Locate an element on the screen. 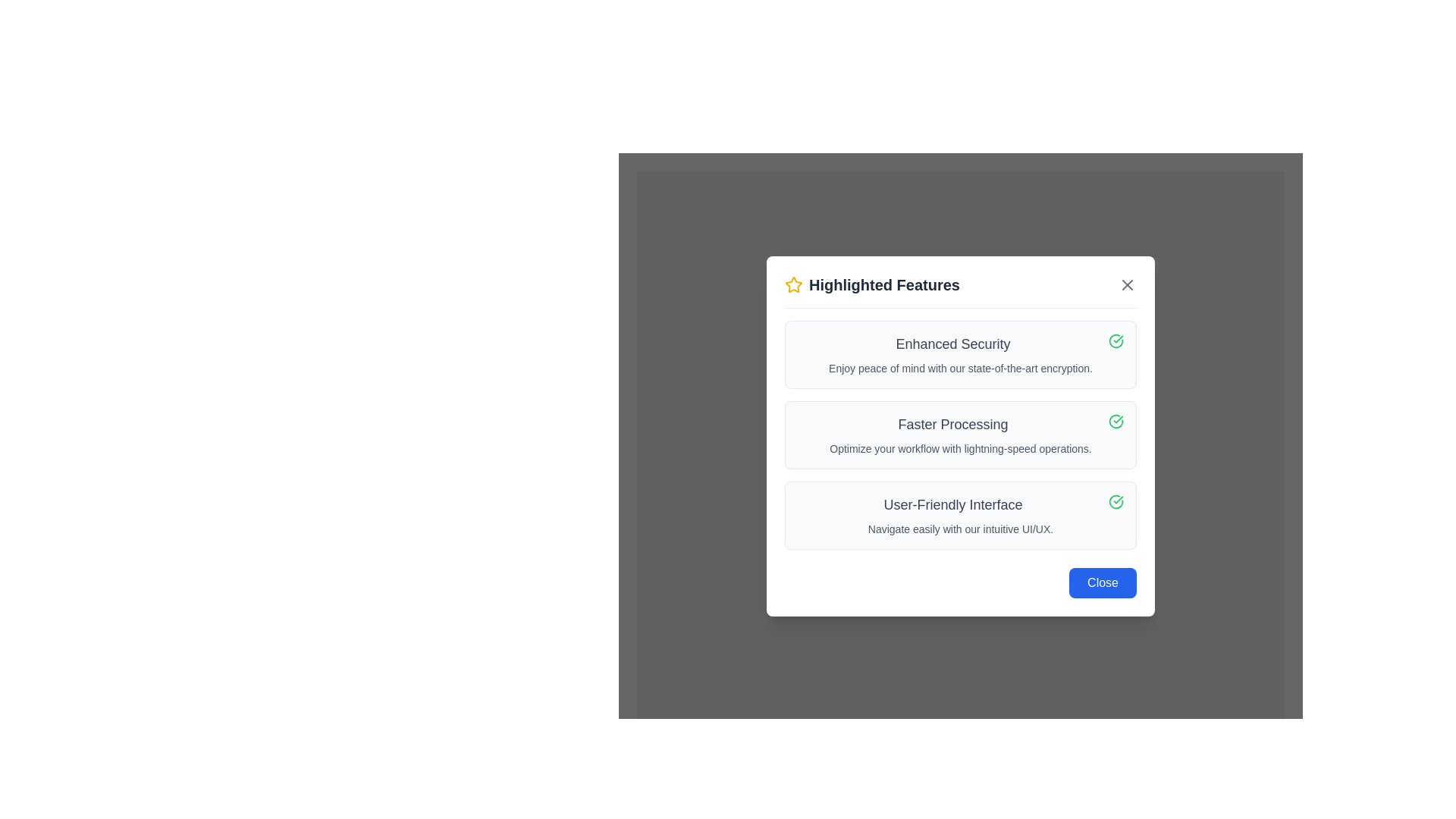  the text label that serves as the title for the 'Faster Processing' feature, which is the second feature in the list of highlighted features is located at coordinates (960, 424).